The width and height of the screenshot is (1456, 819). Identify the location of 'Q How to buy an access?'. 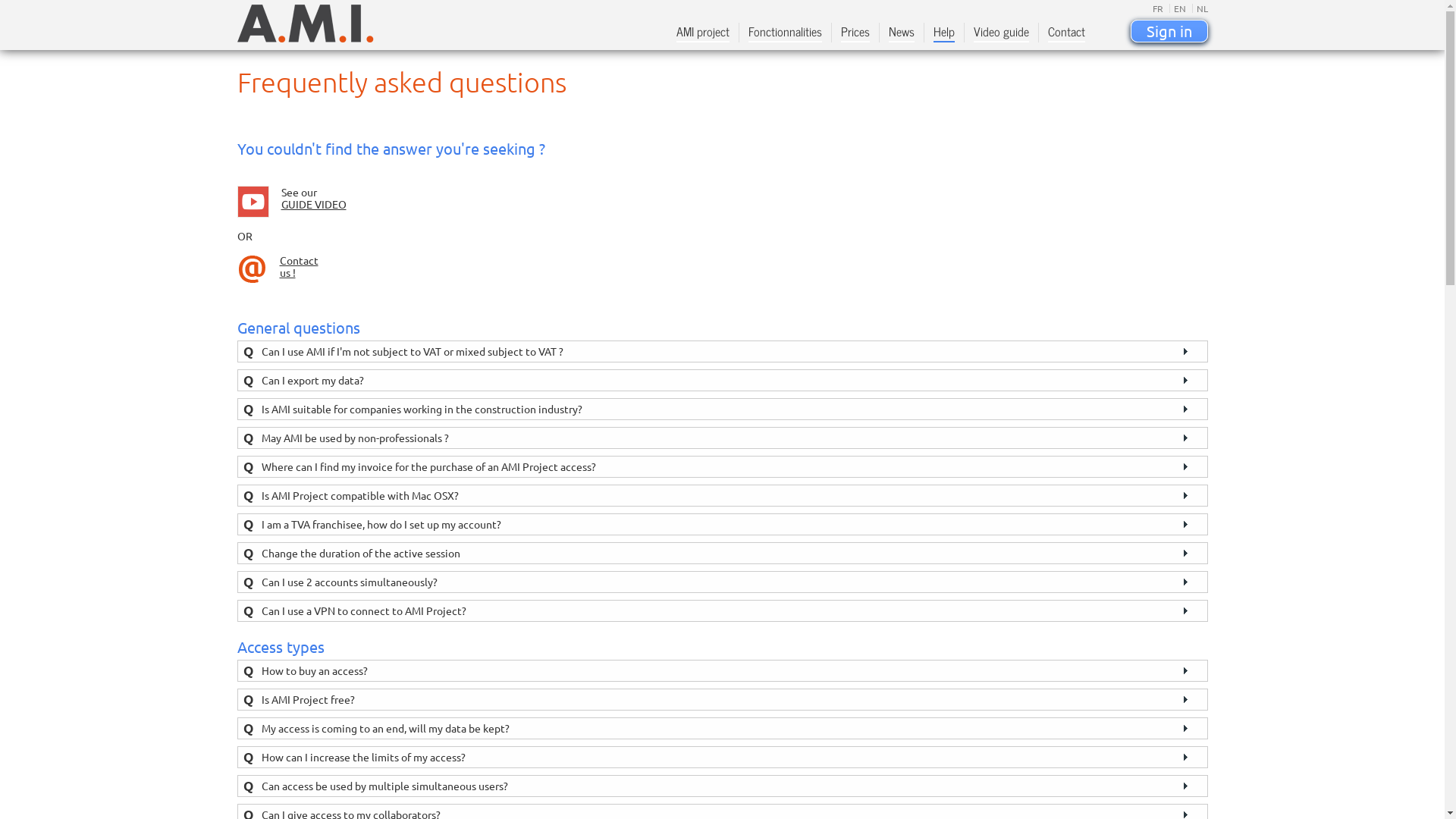
(720, 670).